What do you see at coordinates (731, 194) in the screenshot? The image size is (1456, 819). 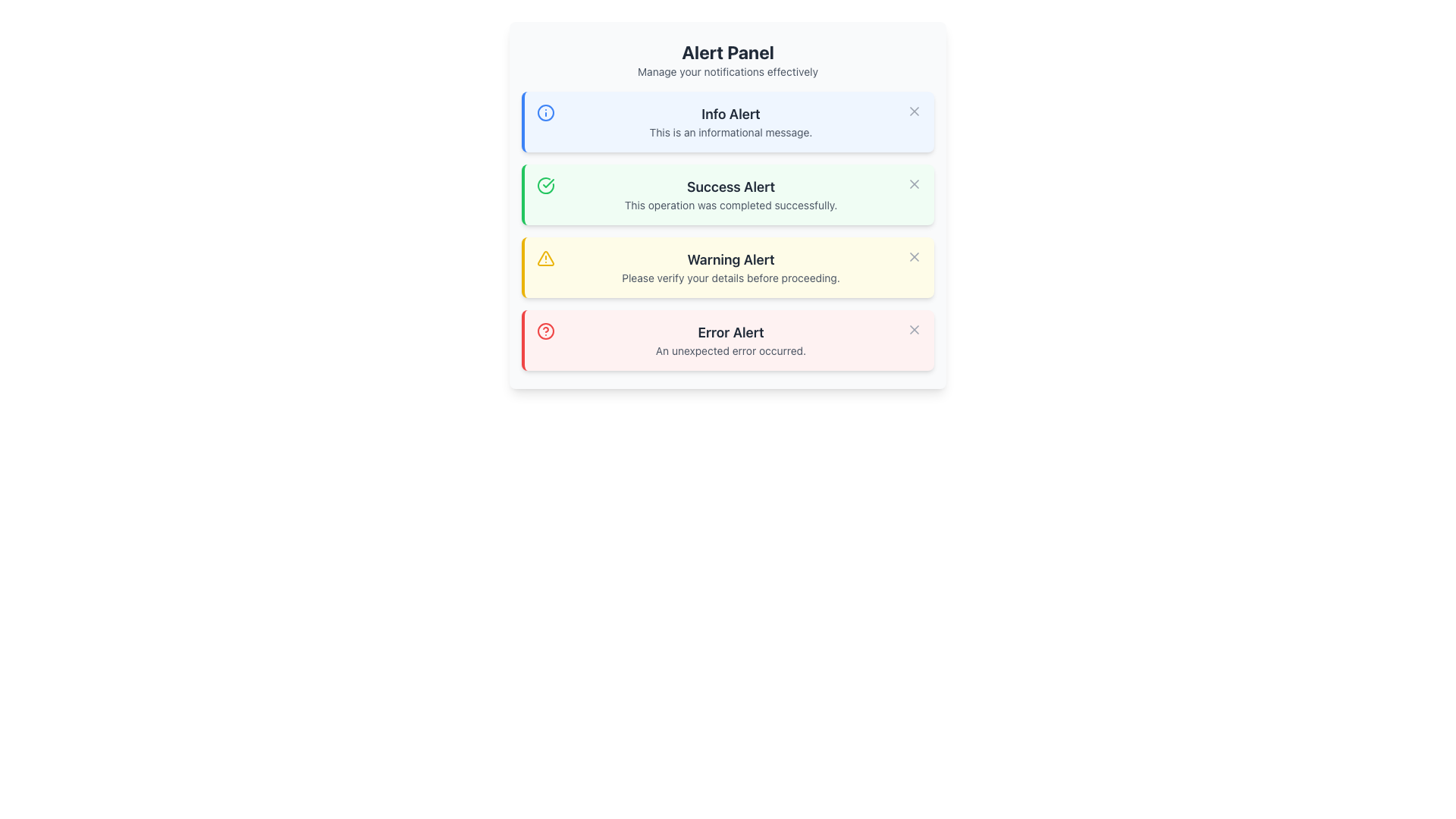 I see `the 'Success Alert' static text block, which displays the message 'This operation was completed successfully.' in a green alert box` at bounding box center [731, 194].